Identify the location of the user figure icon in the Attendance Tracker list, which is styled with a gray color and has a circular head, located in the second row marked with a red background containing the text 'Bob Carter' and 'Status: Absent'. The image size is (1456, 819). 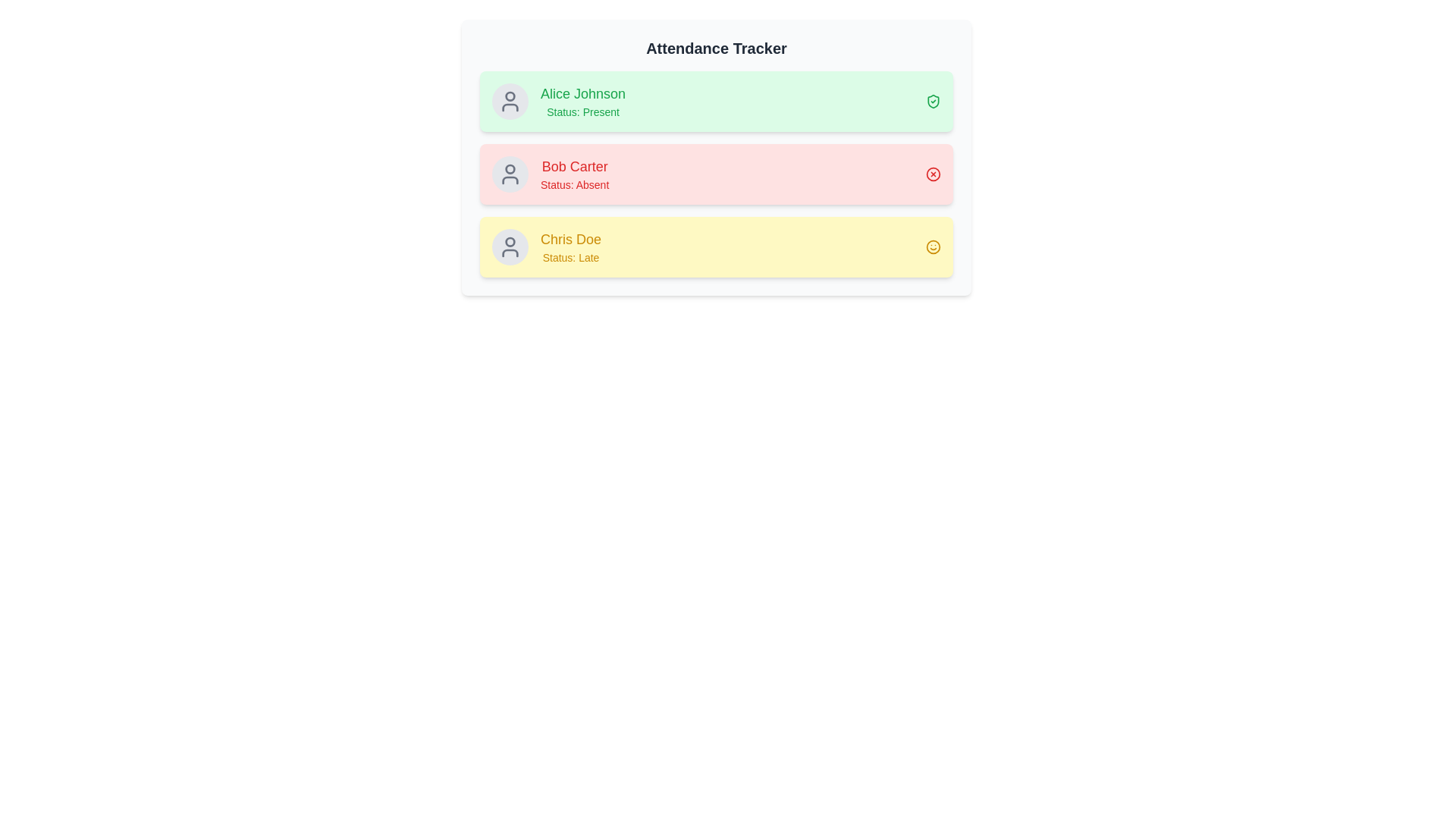
(510, 174).